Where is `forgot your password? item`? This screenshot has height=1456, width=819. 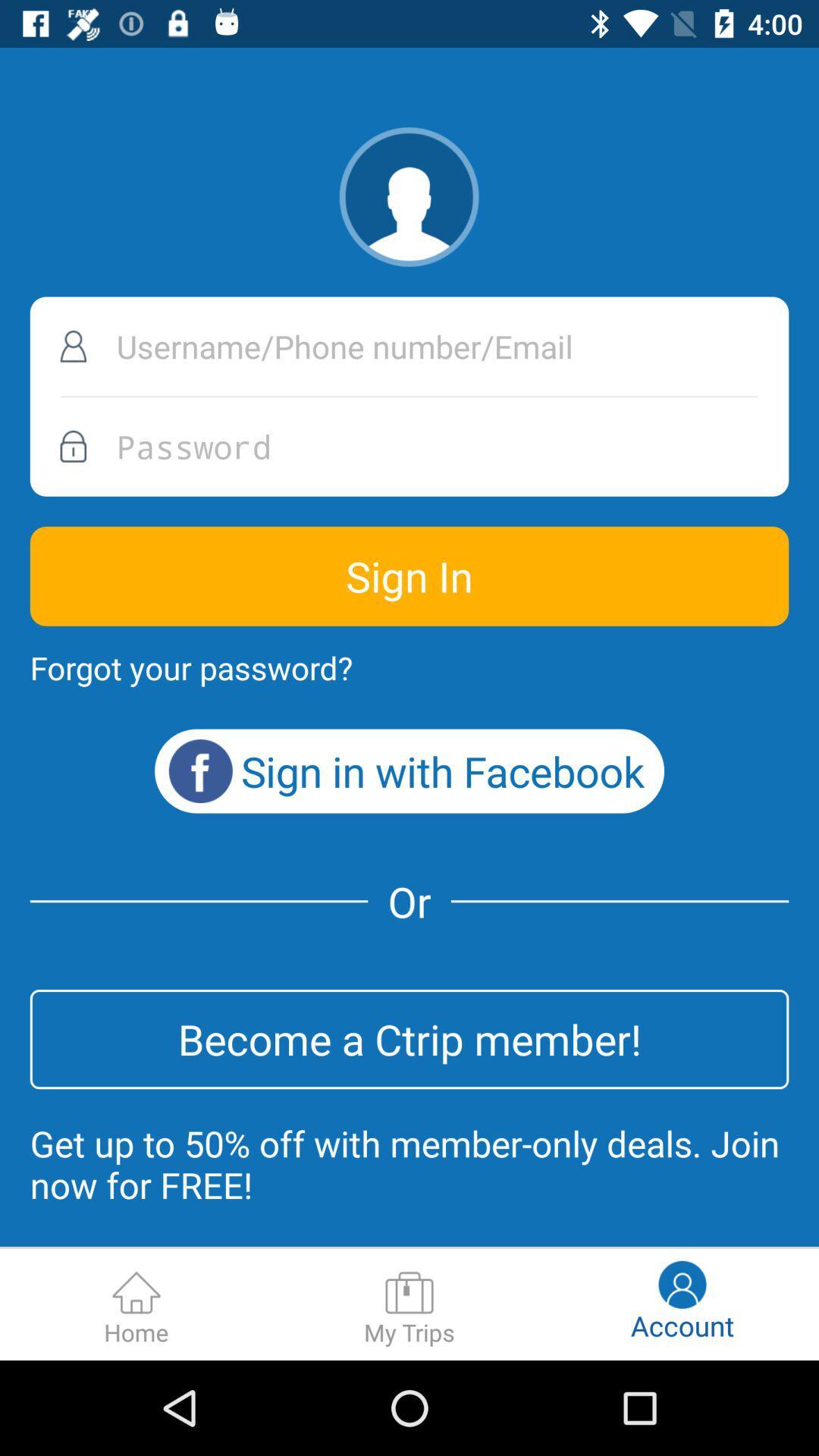
forgot your password? item is located at coordinates (190, 667).